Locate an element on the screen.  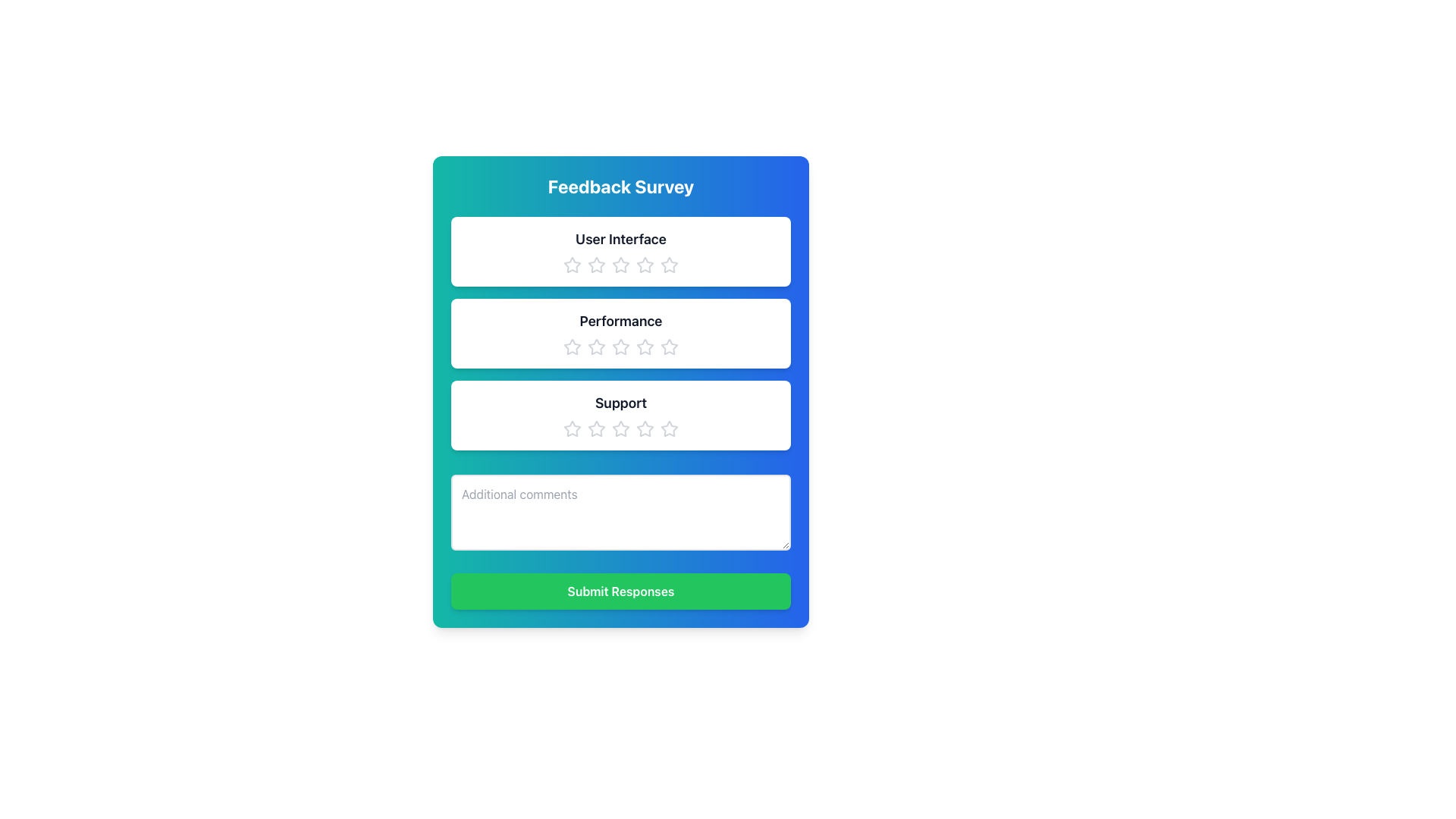
the second star icon in the five-star rating control under the 'Support' section of the feedback survey form is located at coordinates (596, 429).